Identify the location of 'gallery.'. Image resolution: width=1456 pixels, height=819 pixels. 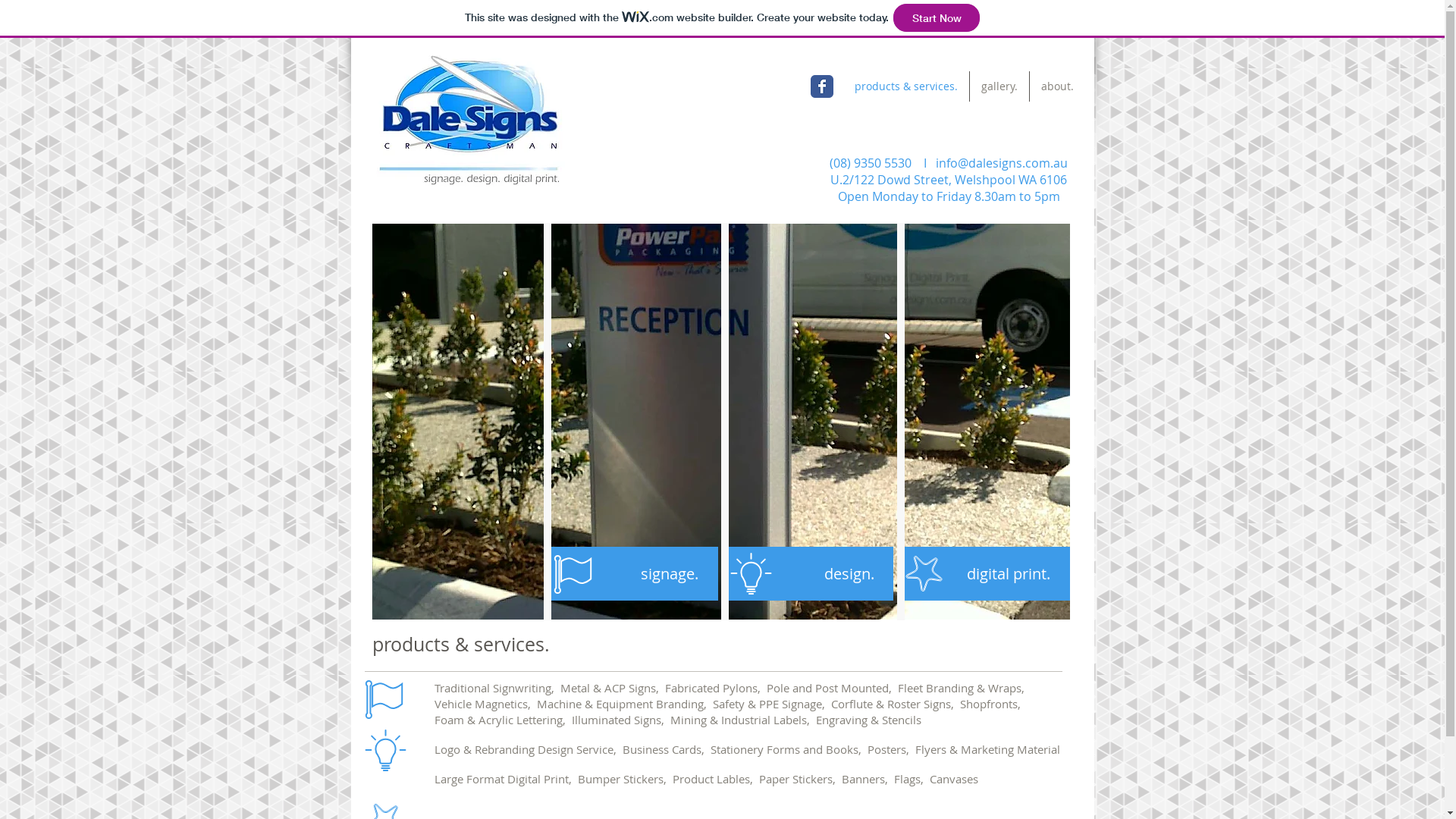
(999, 86).